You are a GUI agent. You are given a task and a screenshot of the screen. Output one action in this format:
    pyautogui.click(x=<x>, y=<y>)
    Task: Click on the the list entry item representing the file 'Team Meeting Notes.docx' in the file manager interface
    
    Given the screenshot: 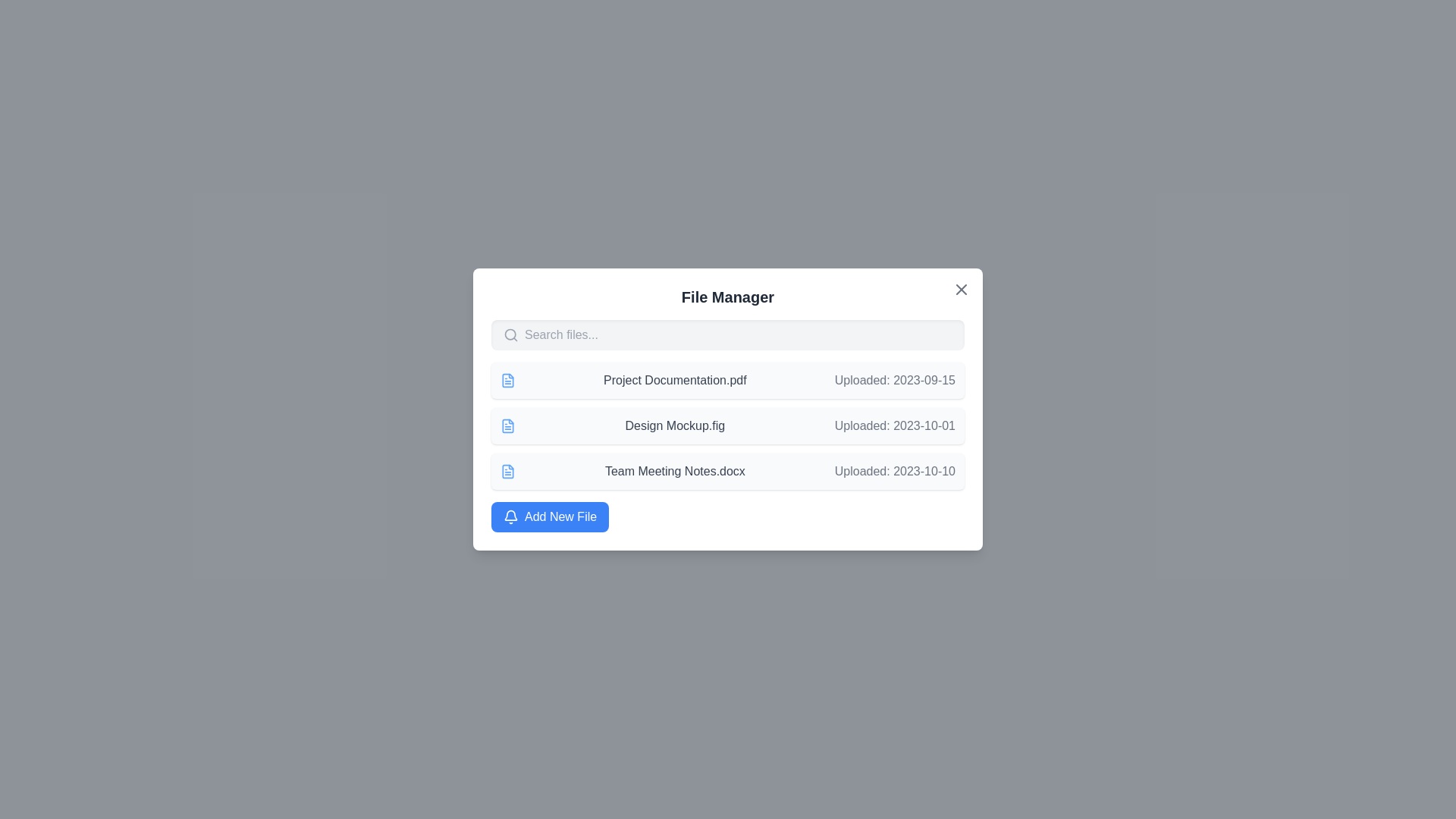 What is the action you would take?
    pyautogui.click(x=728, y=470)
    